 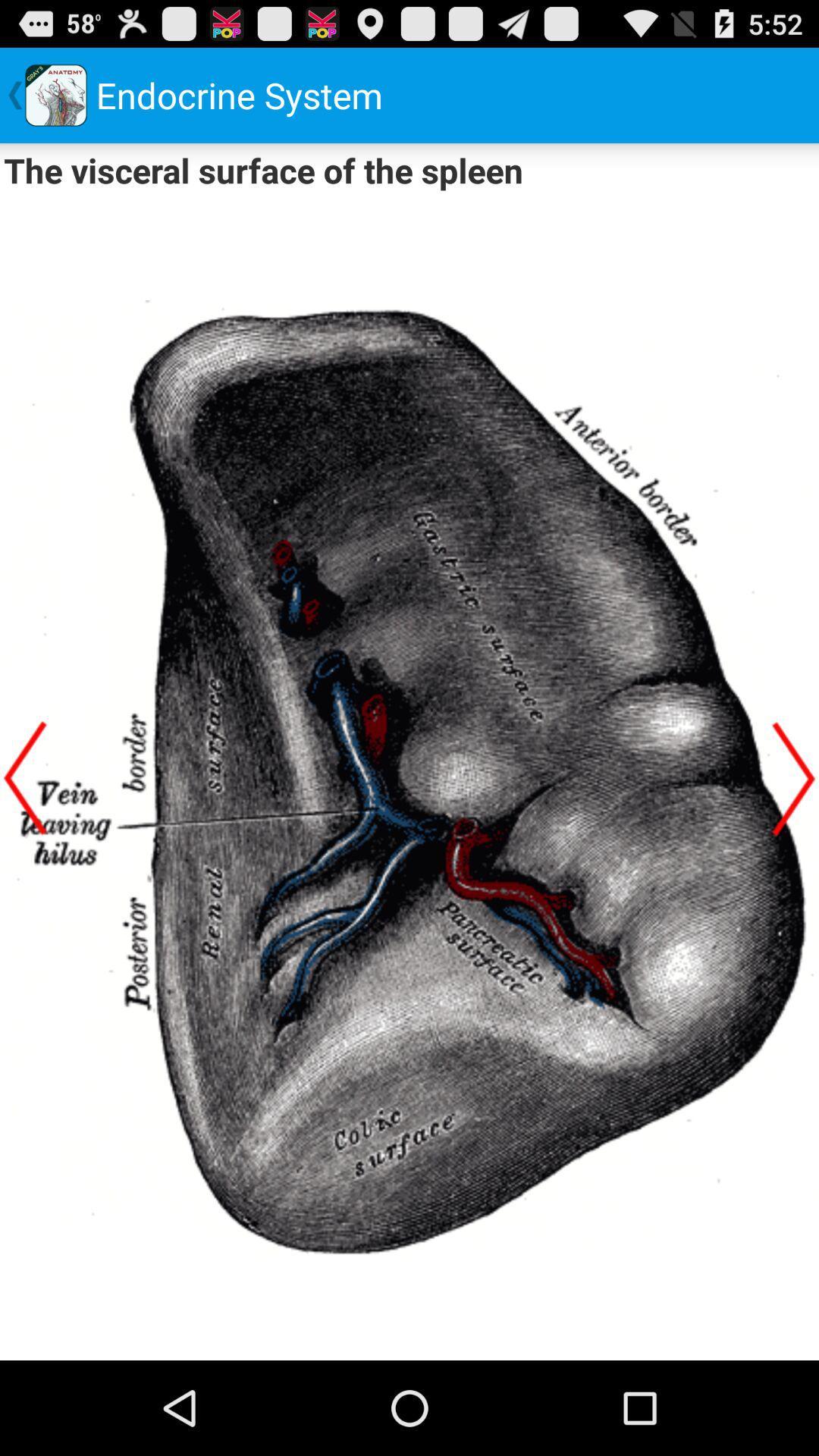 What do you see at coordinates (792, 778) in the screenshot?
I see `back button` at bounding box center [792, 778].